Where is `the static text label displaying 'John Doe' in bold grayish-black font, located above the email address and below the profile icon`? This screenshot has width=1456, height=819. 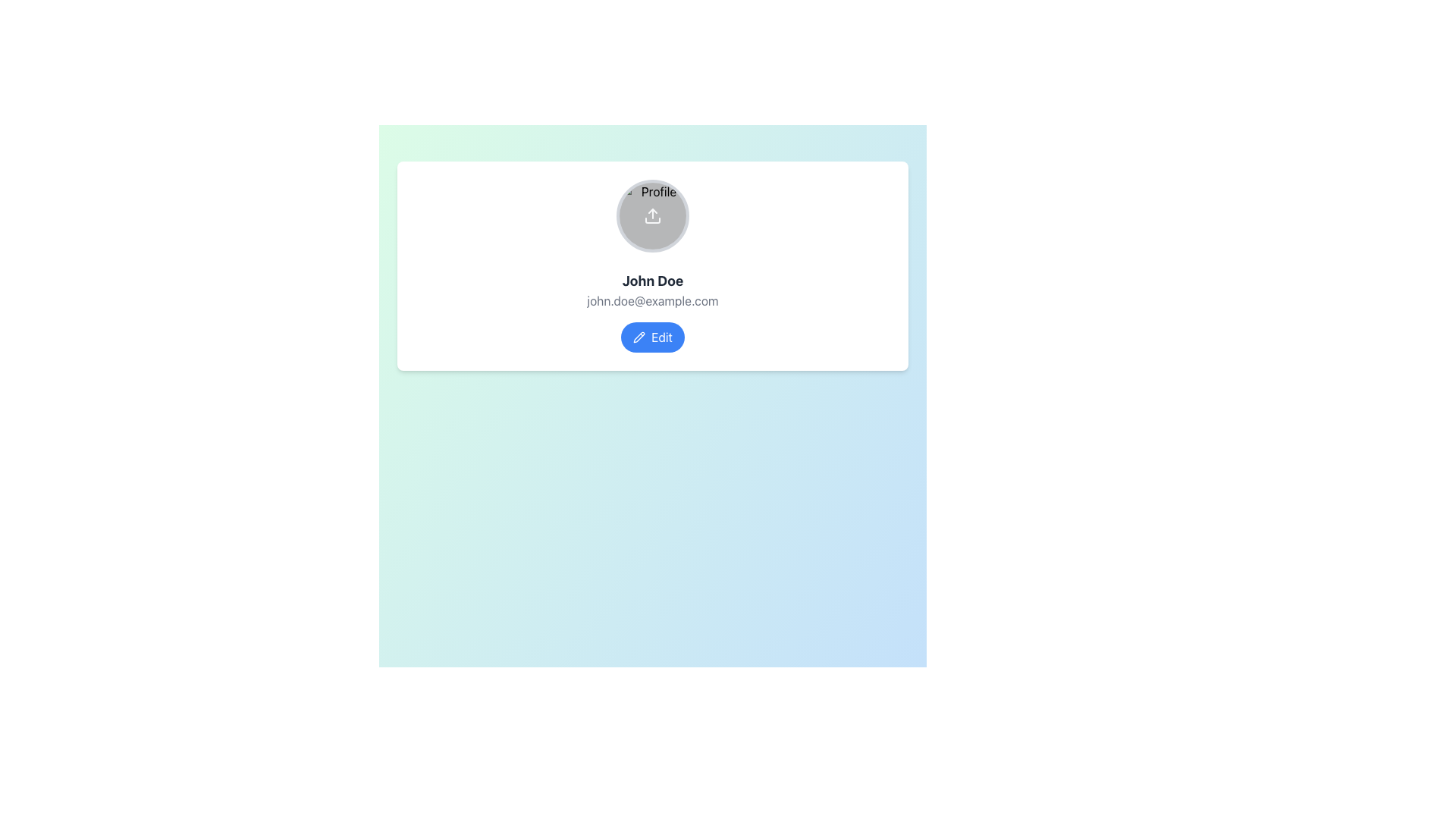
the static text label displaying 'John Doe' in bold grayish-black font, located above the email address and below the profile icon is located at coordinates (652, 281).